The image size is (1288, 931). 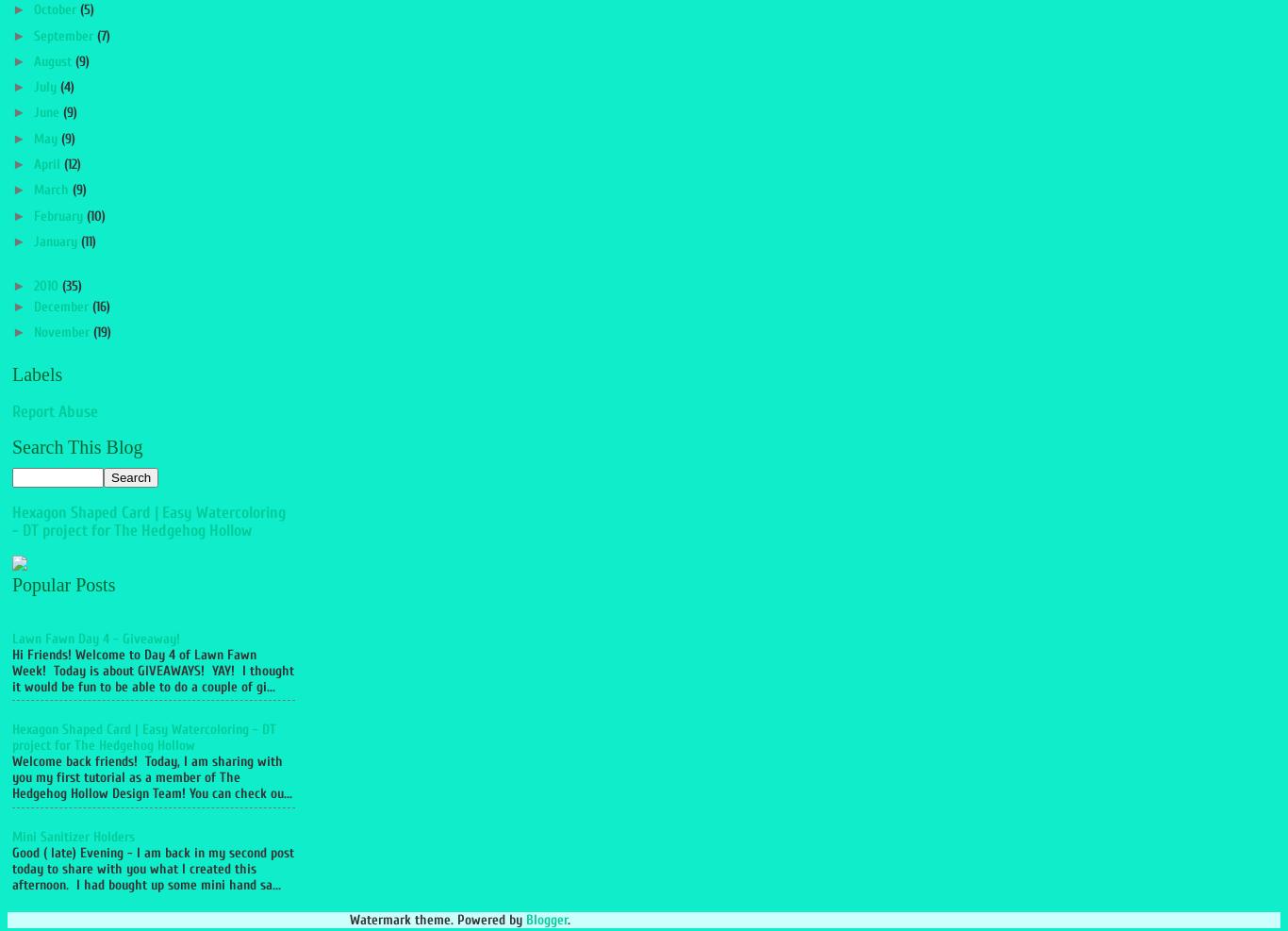 I want to click on 'December', so click(x=61, y=306).